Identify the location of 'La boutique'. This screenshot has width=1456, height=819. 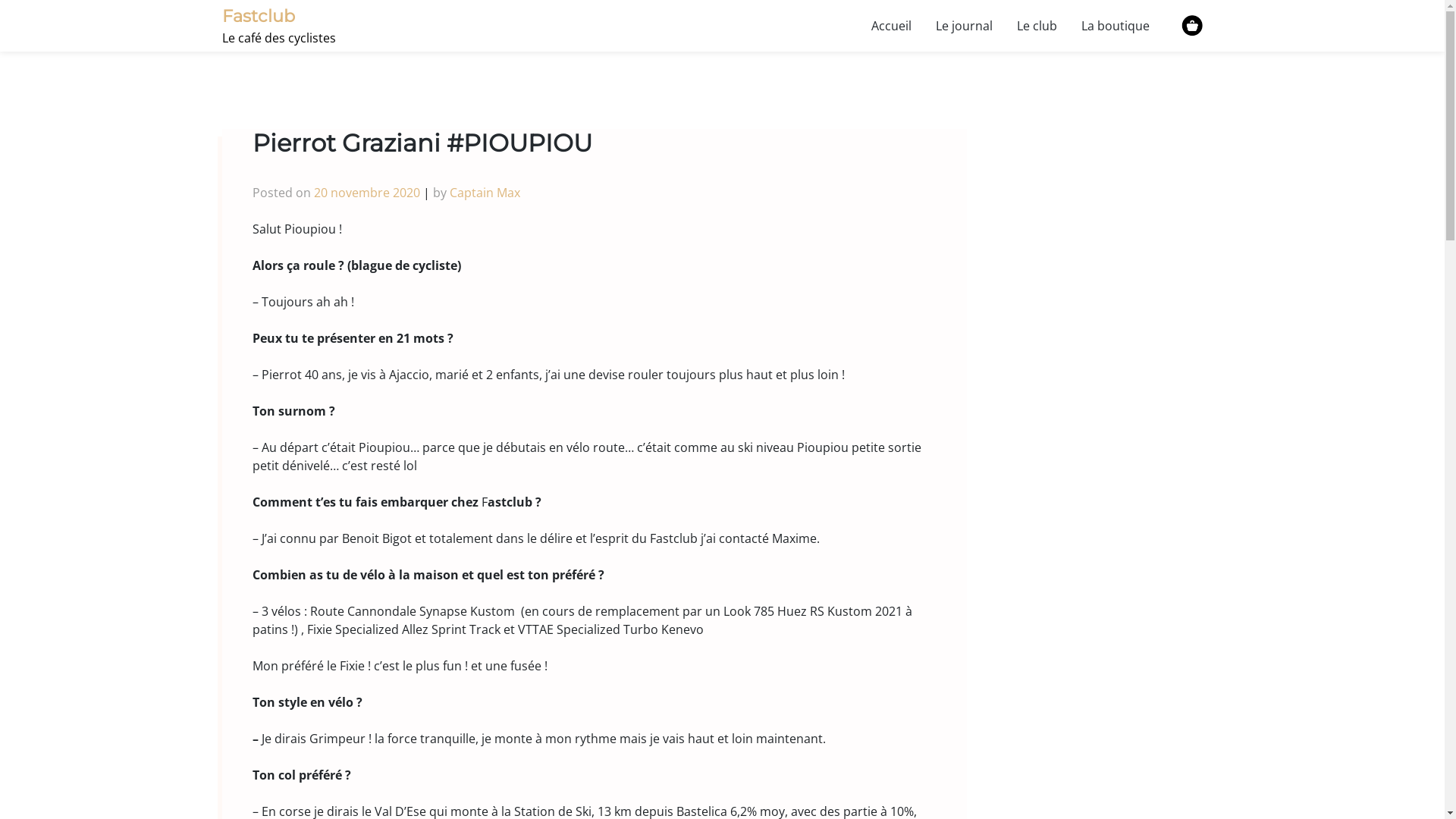
(1068, 25).